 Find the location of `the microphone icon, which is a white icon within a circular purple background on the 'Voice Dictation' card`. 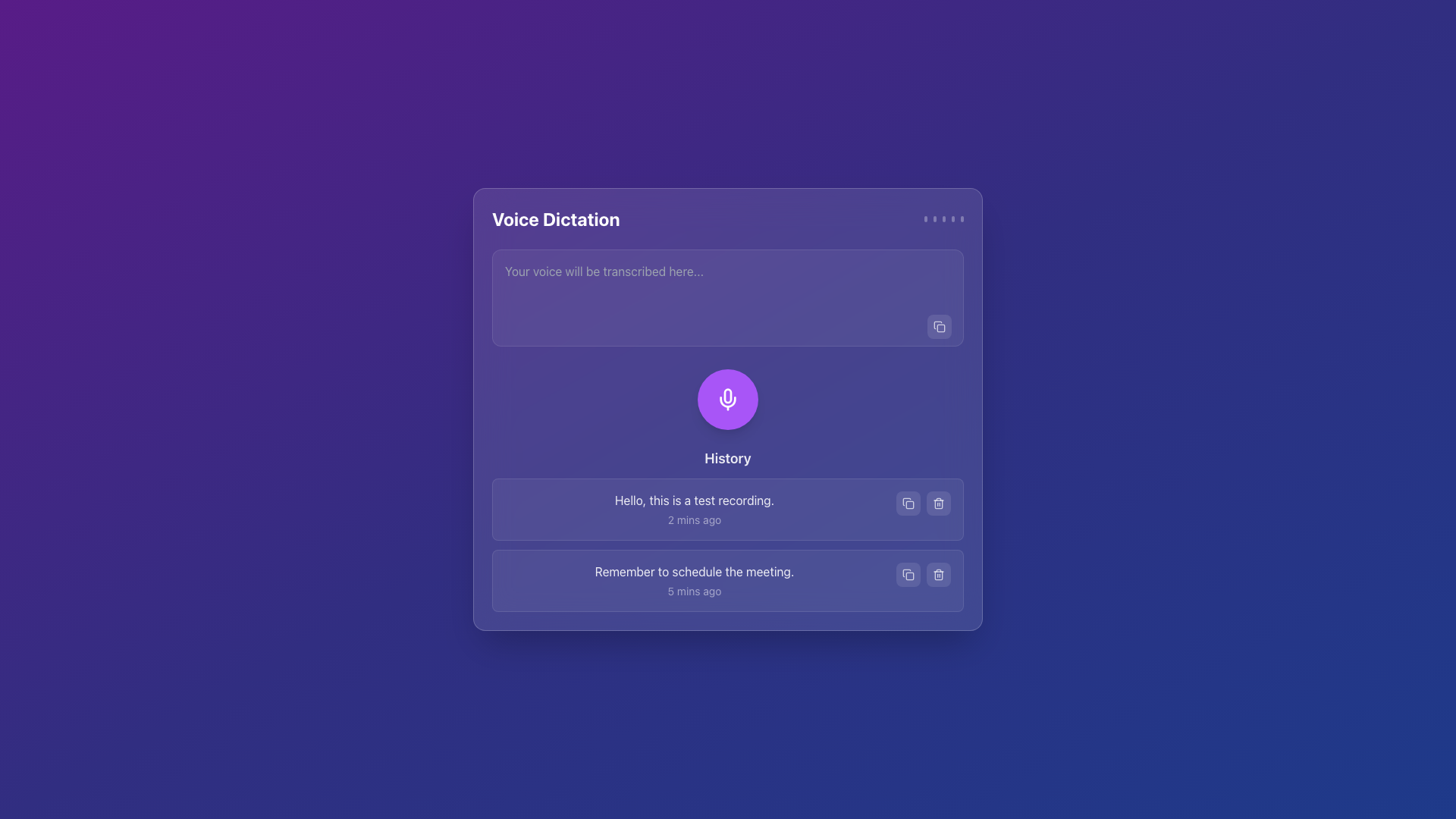

the microphone icon, which is a white icon within a circular purple background on the 'Voice Dictation' card is located at coordinates (728, 399).